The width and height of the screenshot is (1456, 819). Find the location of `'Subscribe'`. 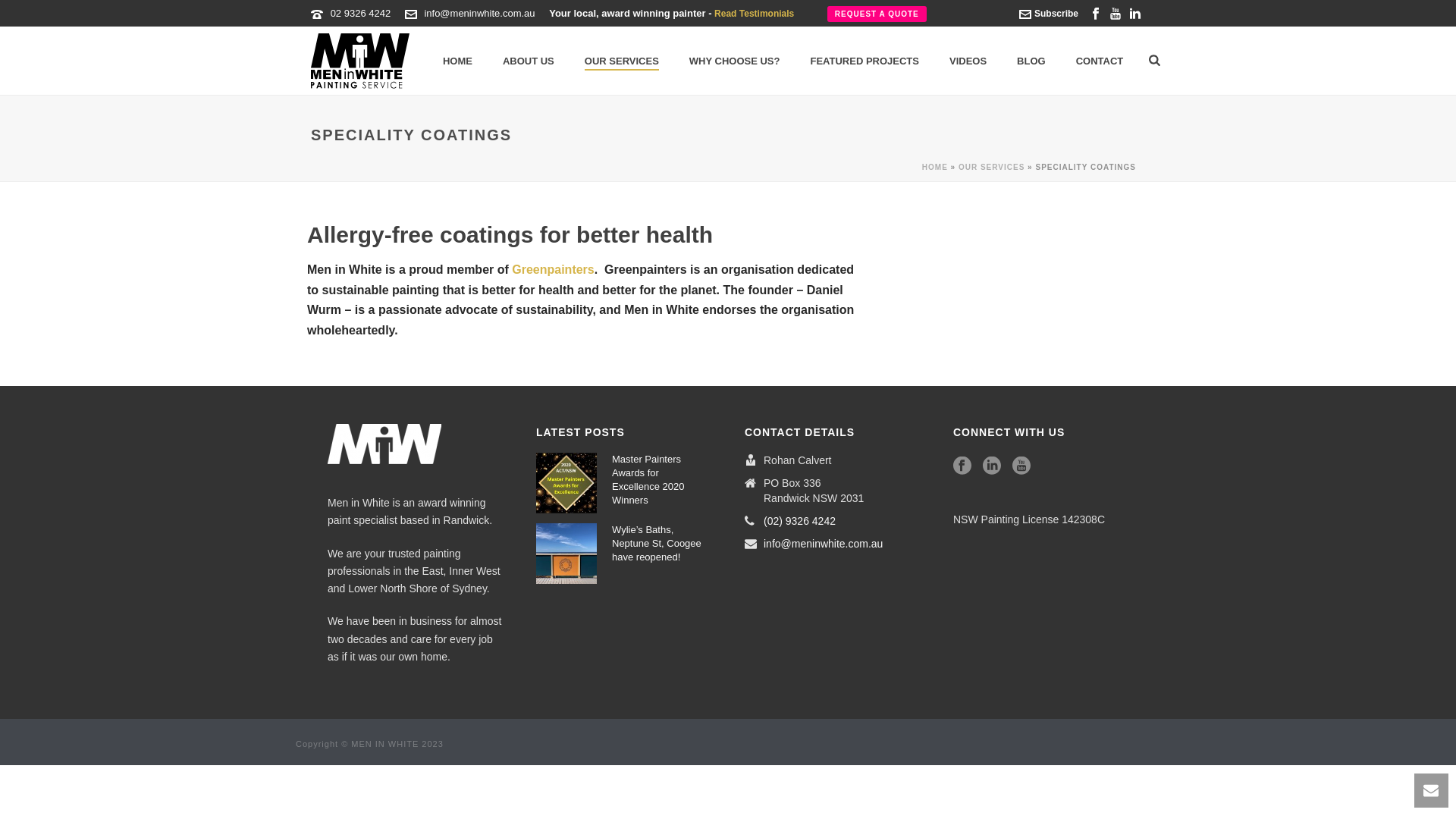

'Subscribe' is located at coordinates (1047, 14).